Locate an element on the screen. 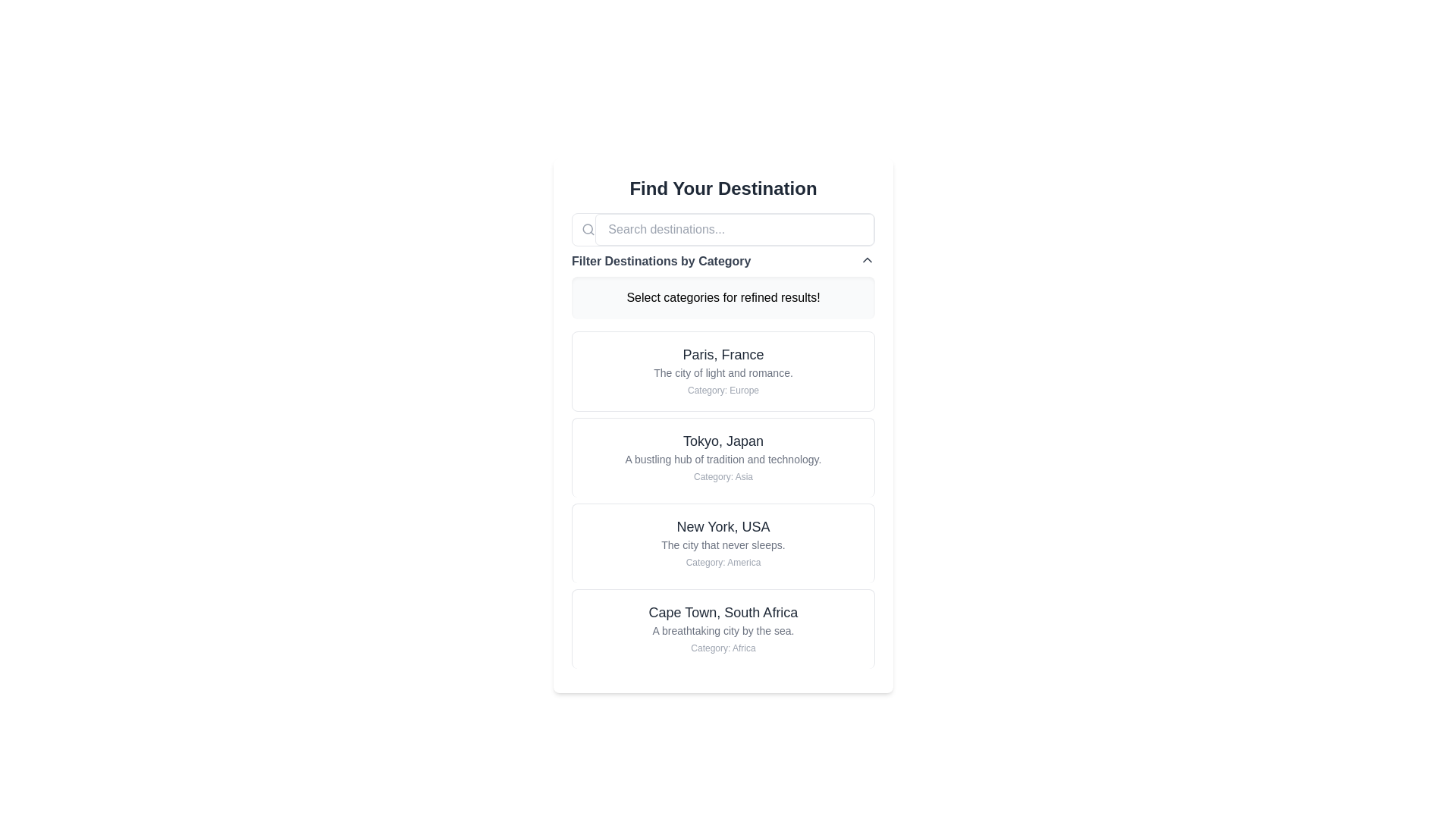  the text label that provides additional context about 'Cape Town, South Africa', positioned beneath the main title and above the category information is located at coordinates (723, 631).